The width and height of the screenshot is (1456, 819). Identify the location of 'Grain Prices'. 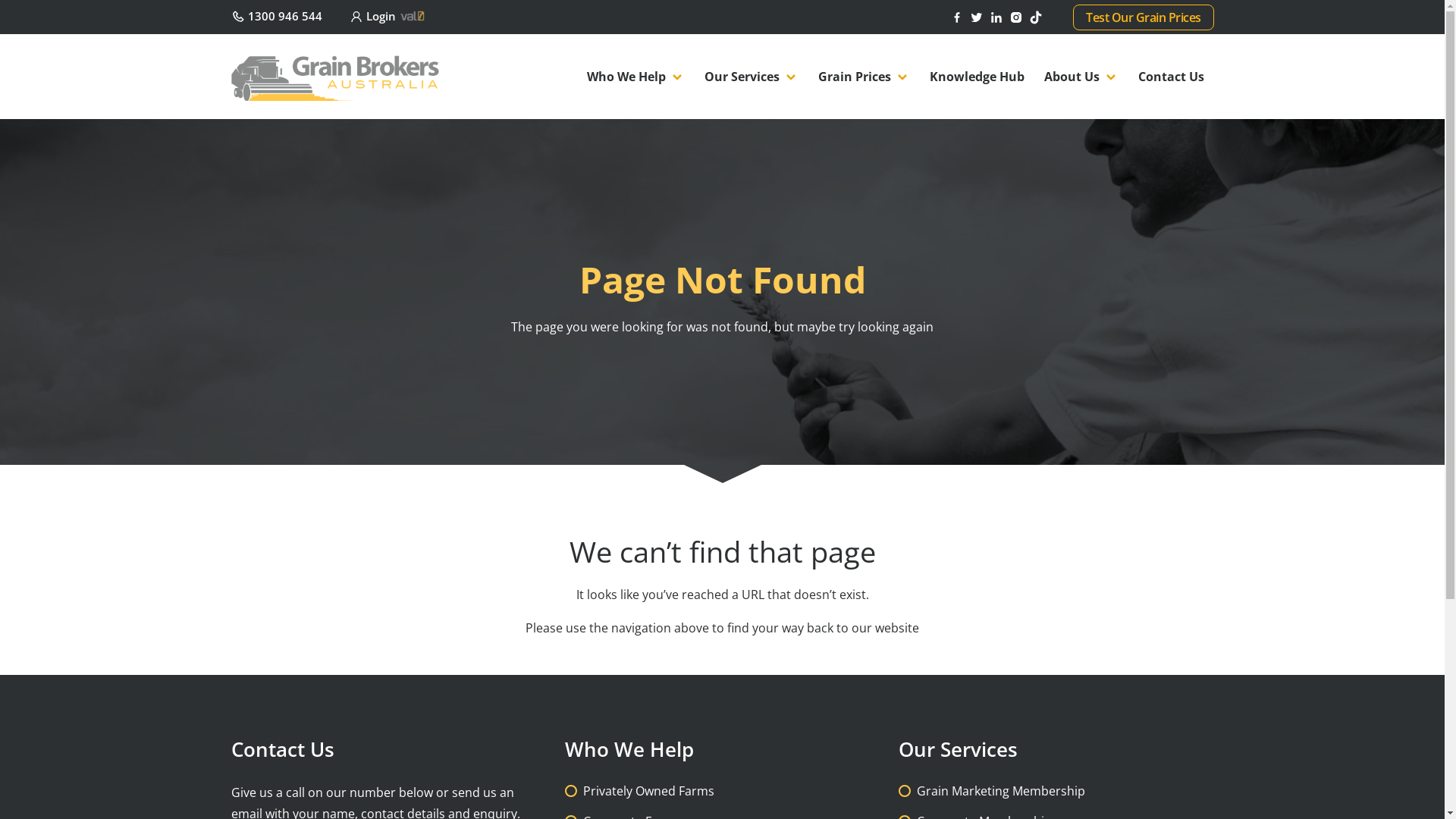
(807, 76).